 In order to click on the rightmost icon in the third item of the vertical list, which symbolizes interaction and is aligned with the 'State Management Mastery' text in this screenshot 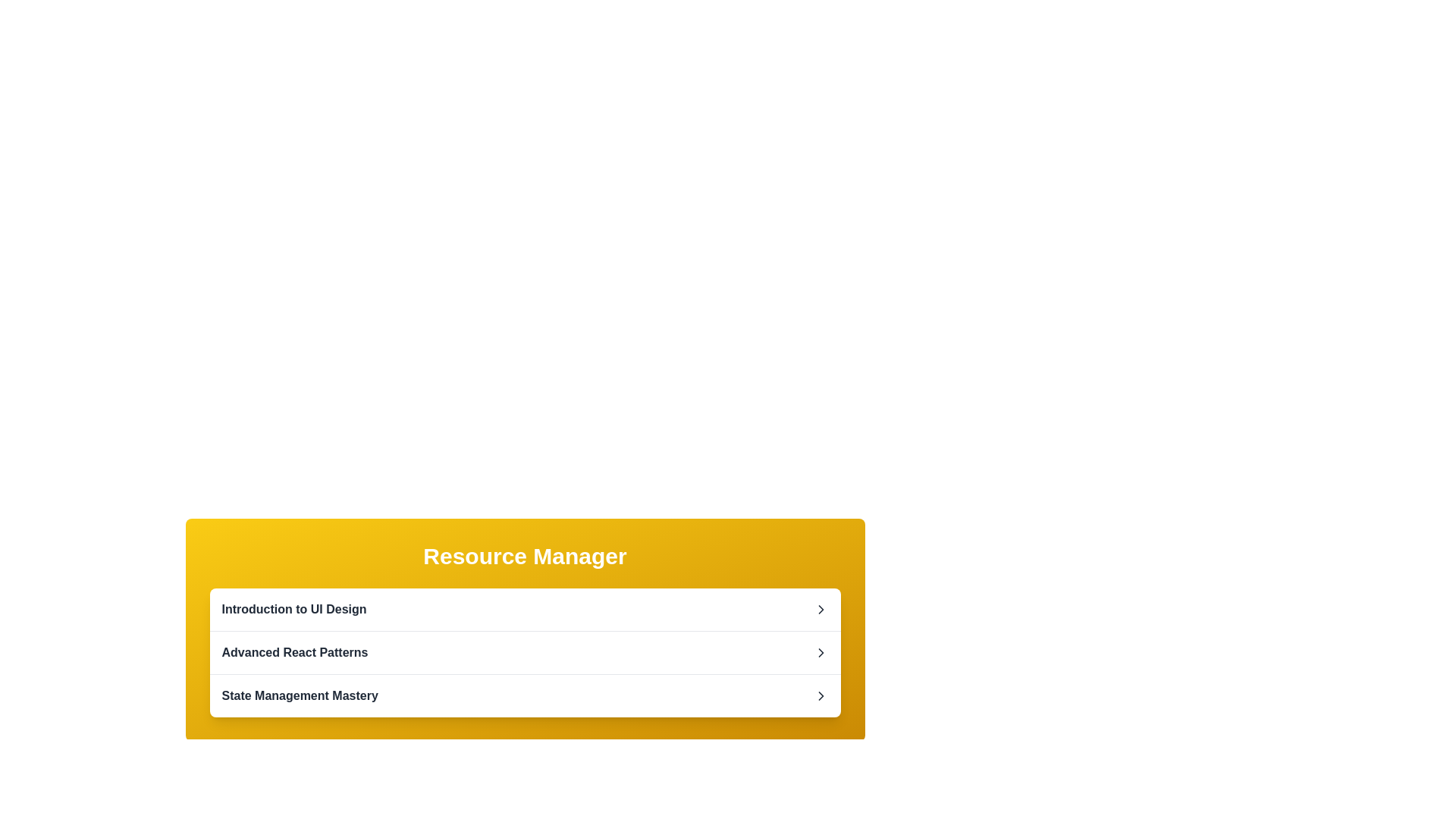, I will do `click(820, 696)`.